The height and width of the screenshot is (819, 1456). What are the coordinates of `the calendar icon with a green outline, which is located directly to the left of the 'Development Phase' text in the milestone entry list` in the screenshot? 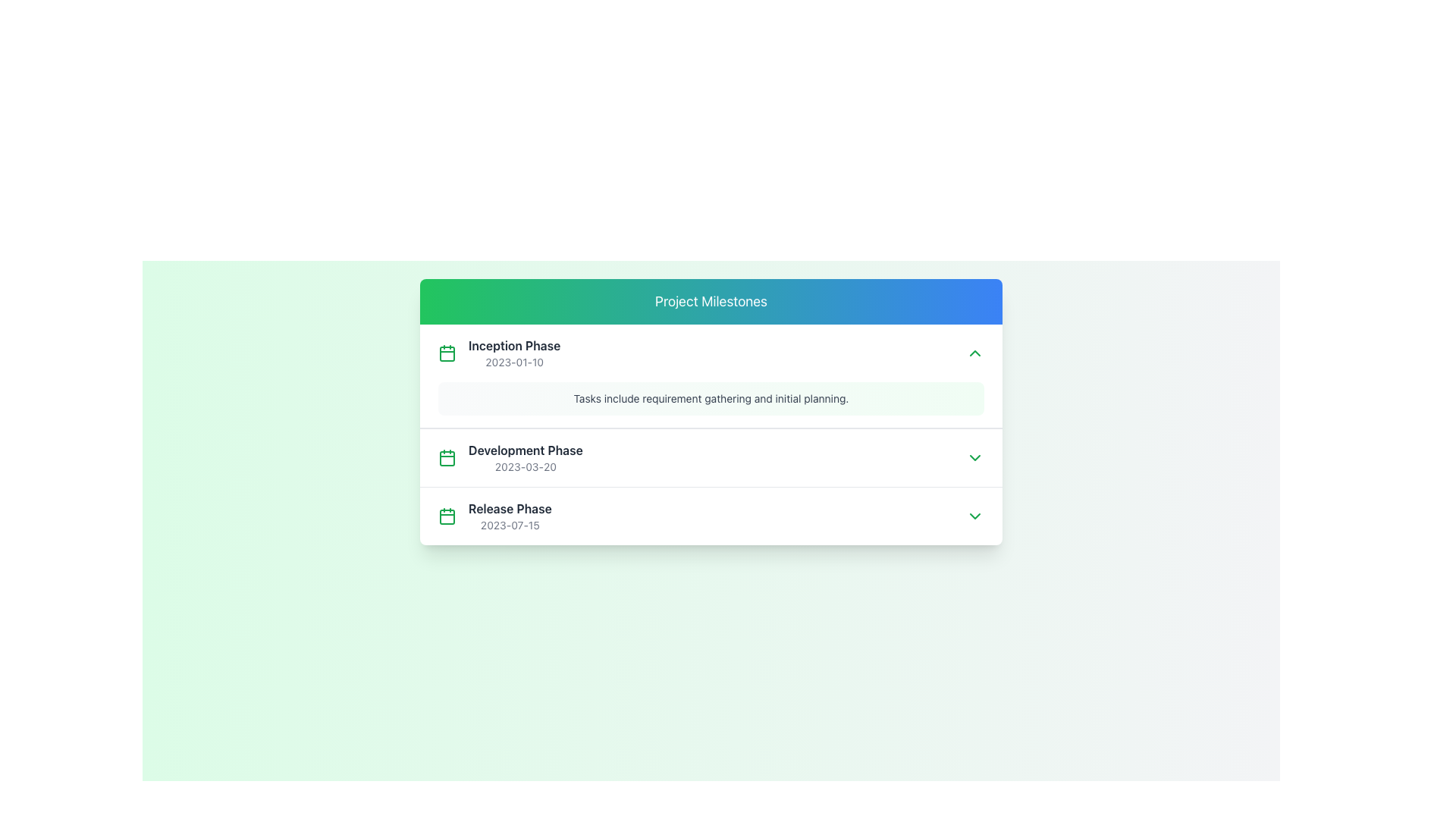 It's located at (447, 457).